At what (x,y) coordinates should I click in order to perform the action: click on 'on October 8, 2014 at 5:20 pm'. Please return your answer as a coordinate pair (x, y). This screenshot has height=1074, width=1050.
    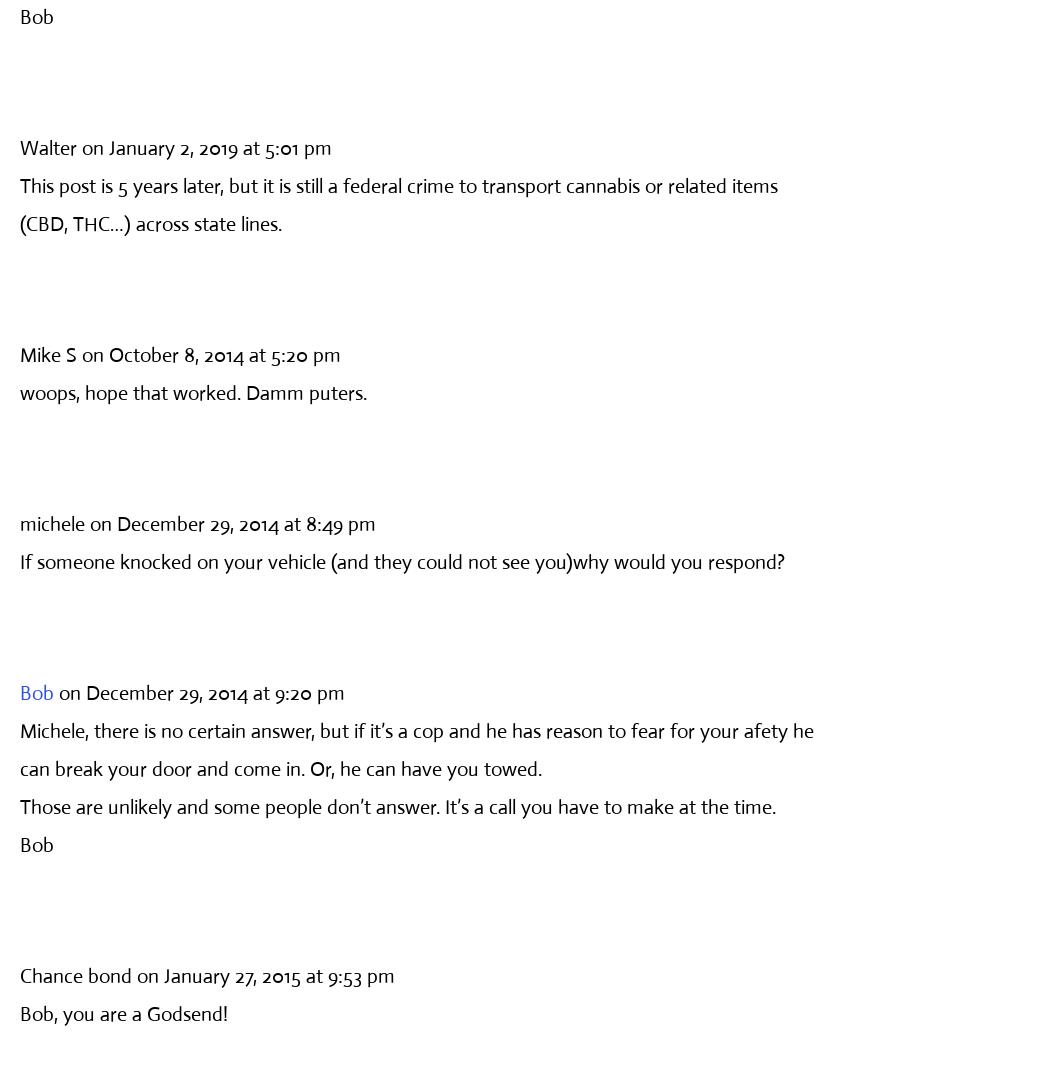
    Looking at the image, I should click on (82, 353).